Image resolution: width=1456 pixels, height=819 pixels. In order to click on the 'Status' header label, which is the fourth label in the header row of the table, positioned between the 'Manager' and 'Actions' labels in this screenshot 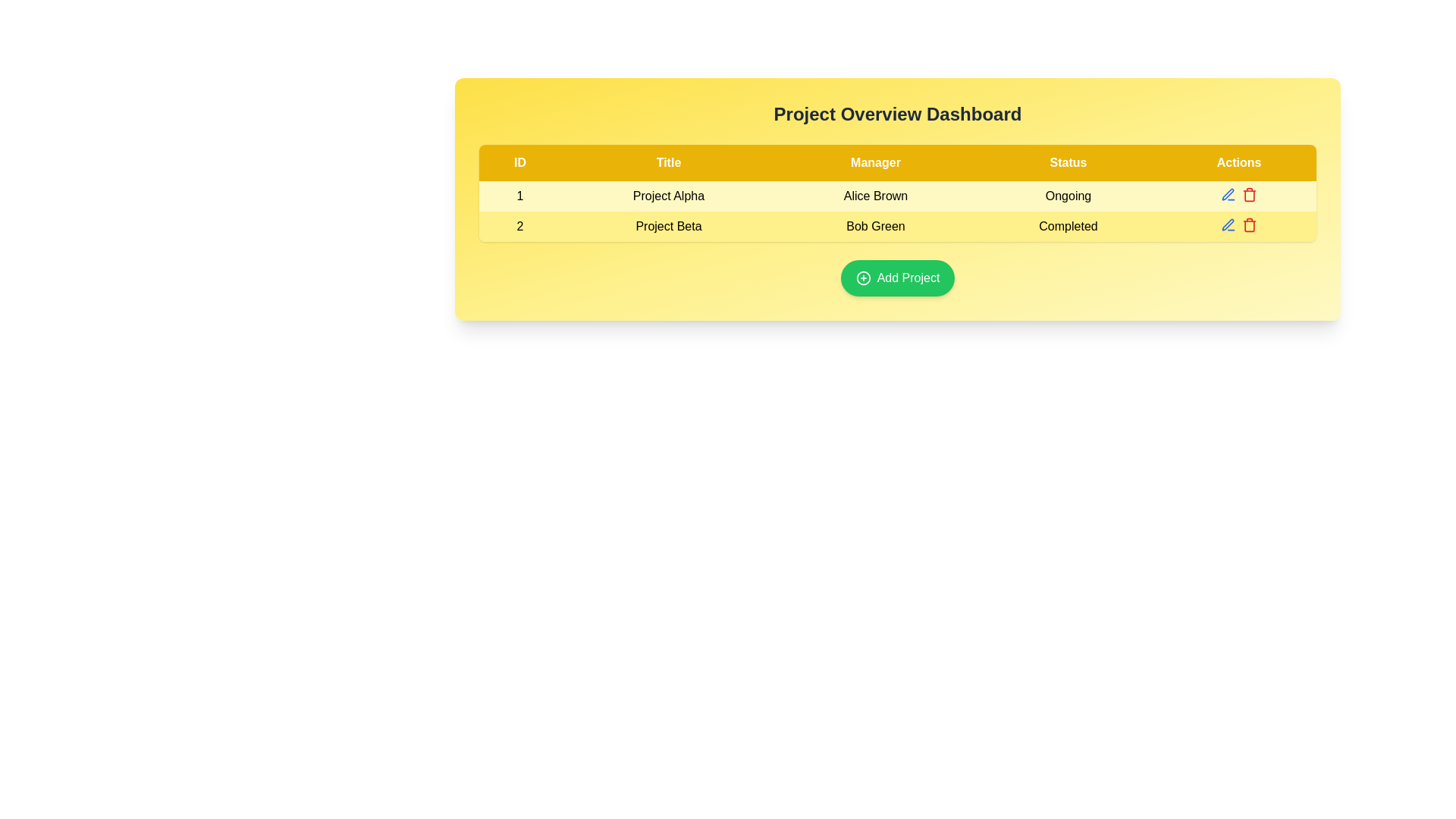, I will do `click(1068, 163)`.